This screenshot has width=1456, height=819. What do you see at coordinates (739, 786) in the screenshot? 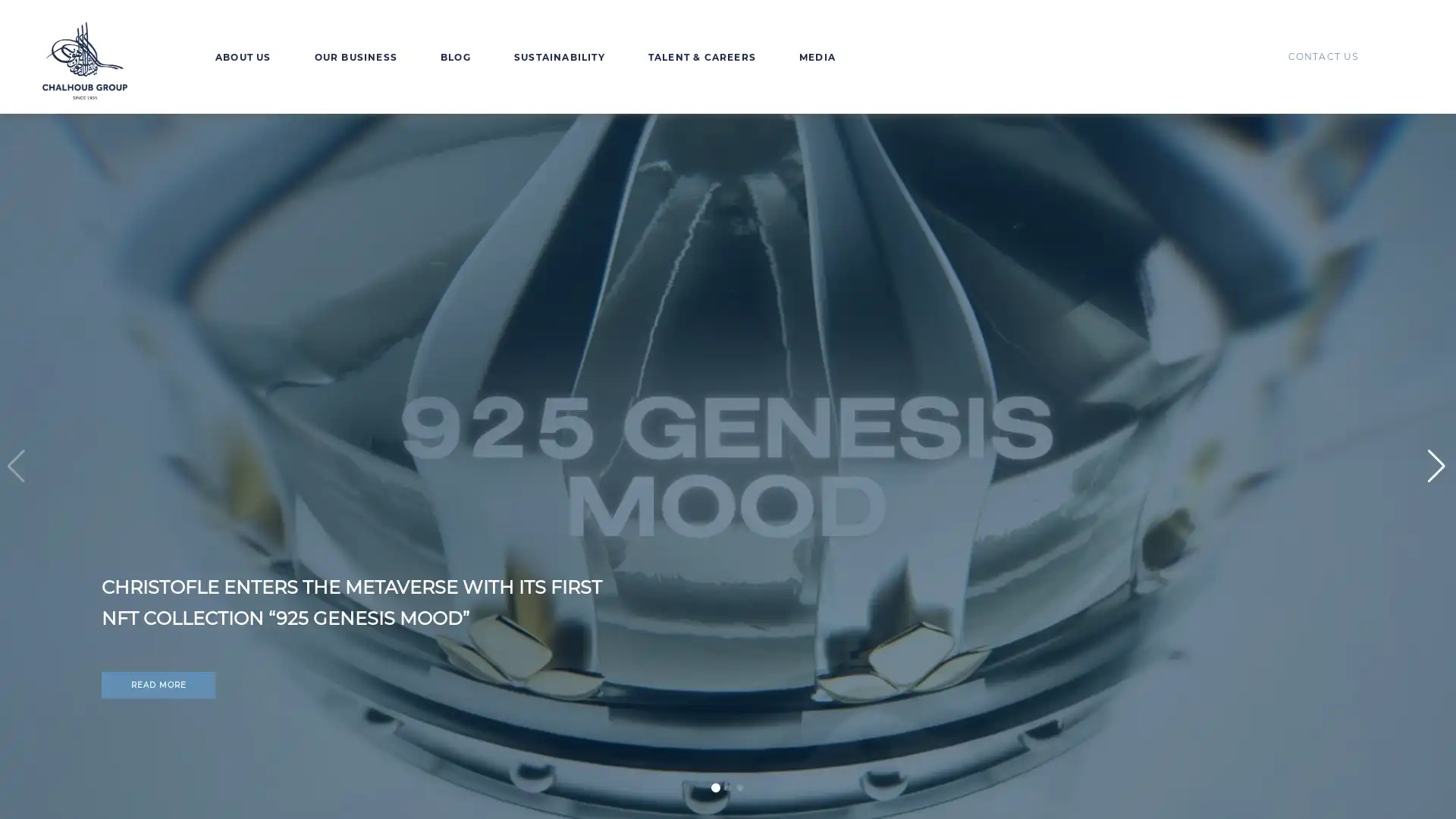
I see `Go to slide 3` at bounding box center [739, 786].